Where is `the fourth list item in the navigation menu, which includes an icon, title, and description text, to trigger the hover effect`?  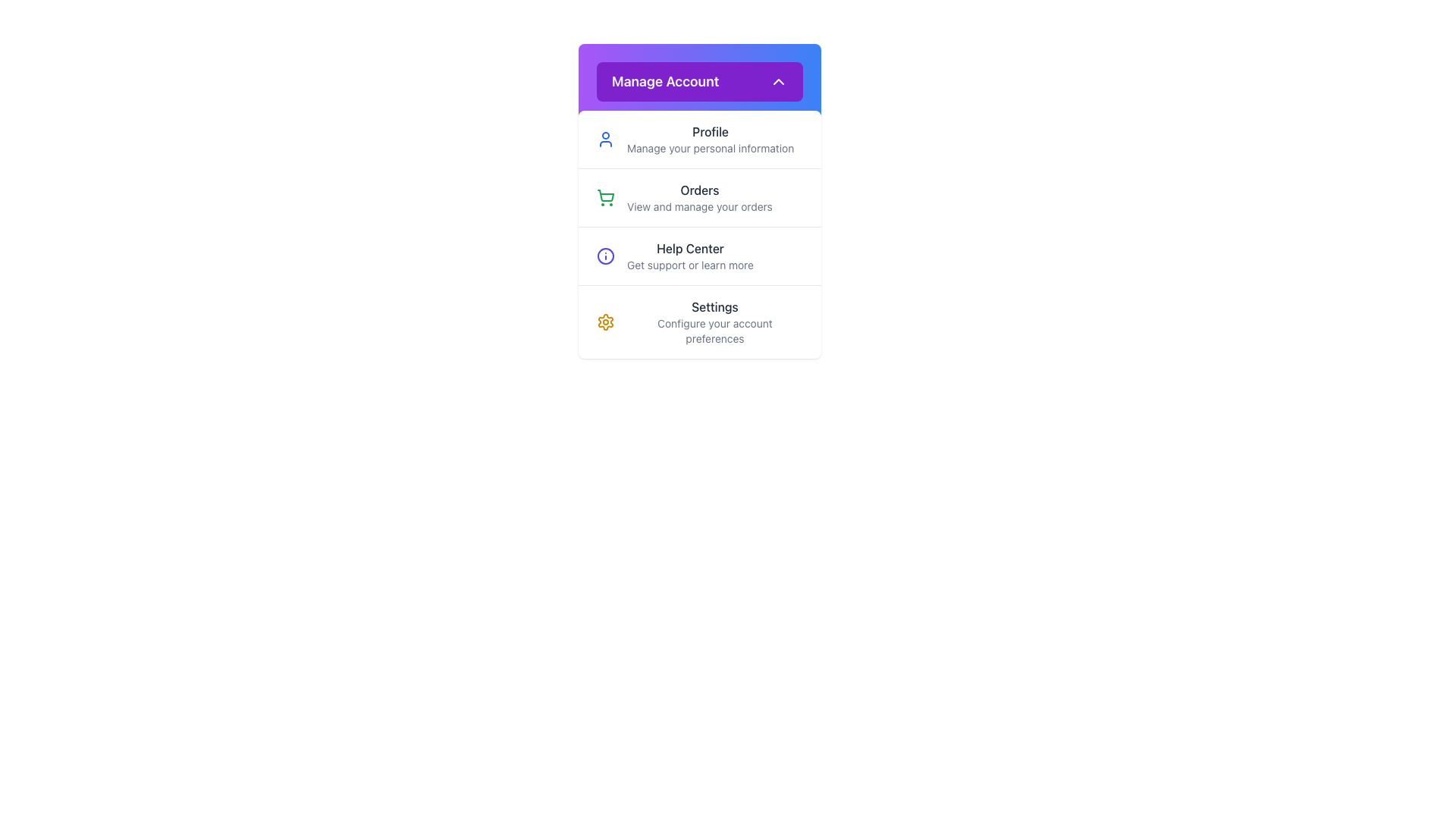 the fourth list item in the navigation menu, which includes an icon, title, and description text, to trigger the hover effect is located at coordinates (698, 321).